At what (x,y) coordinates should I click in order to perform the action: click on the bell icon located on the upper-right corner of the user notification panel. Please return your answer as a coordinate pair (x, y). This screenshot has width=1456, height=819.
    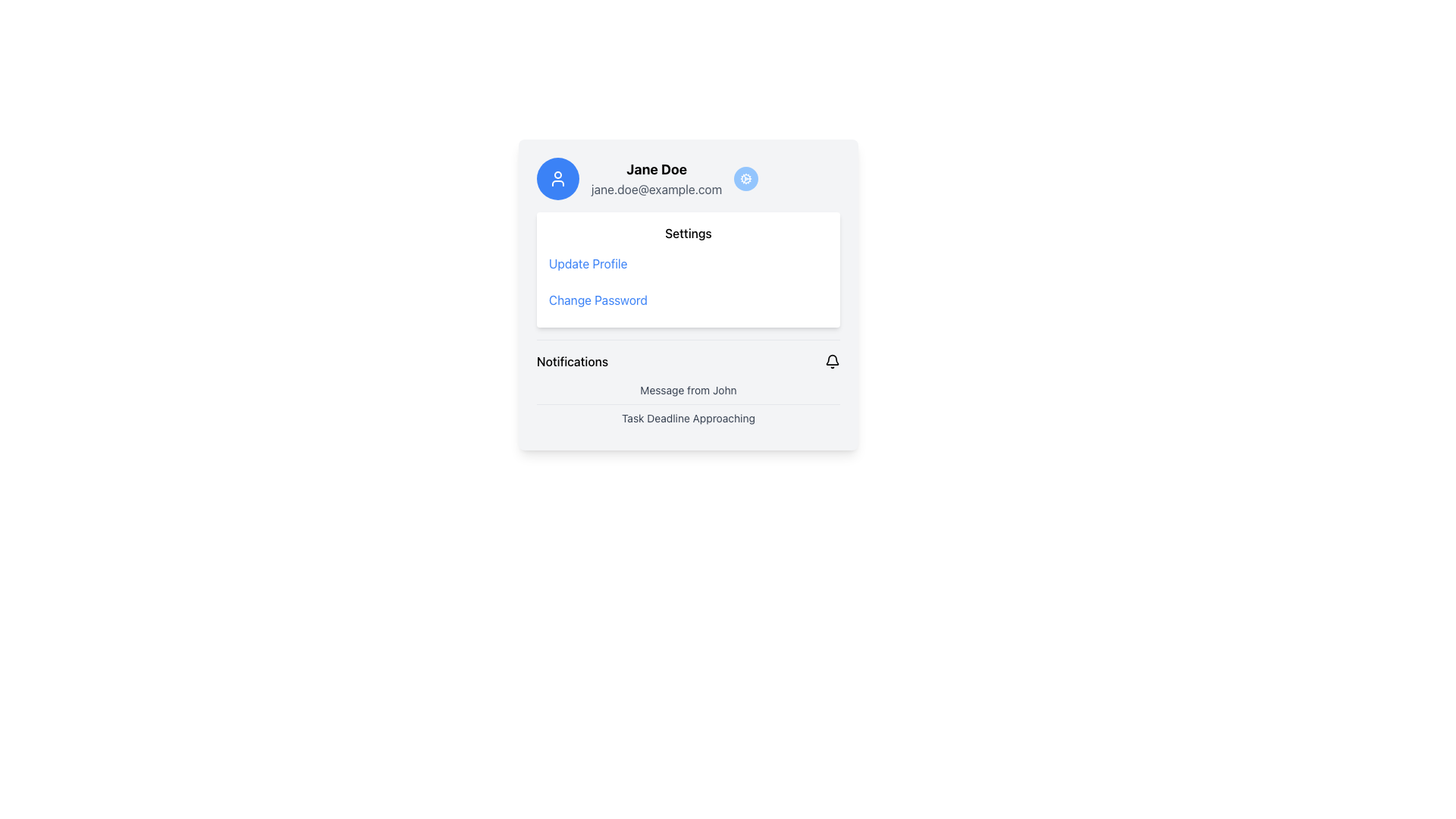
    Looking at the image, I should click on (832, 362).